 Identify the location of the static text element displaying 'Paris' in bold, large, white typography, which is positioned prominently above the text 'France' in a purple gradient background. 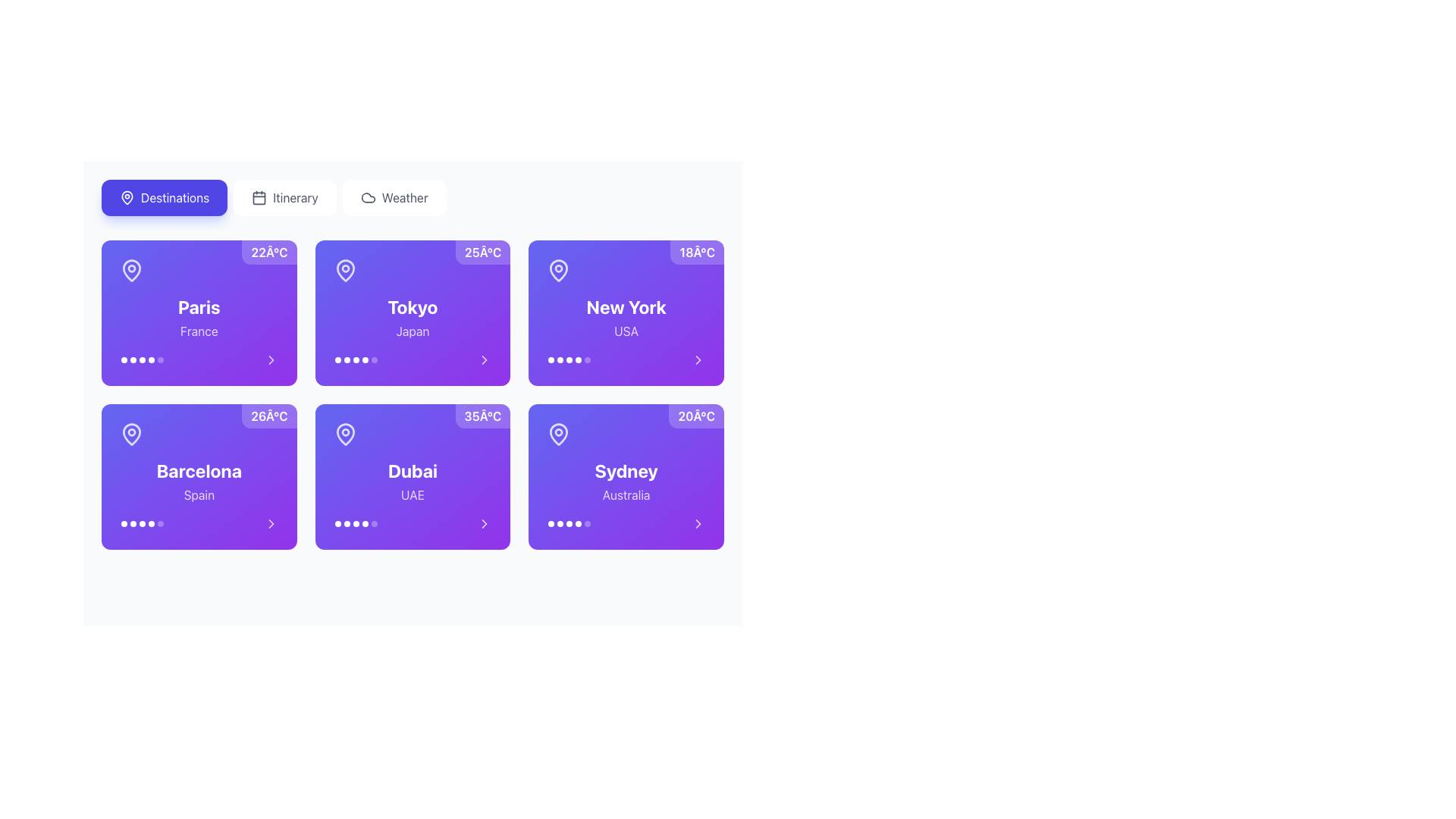
(198, 307).